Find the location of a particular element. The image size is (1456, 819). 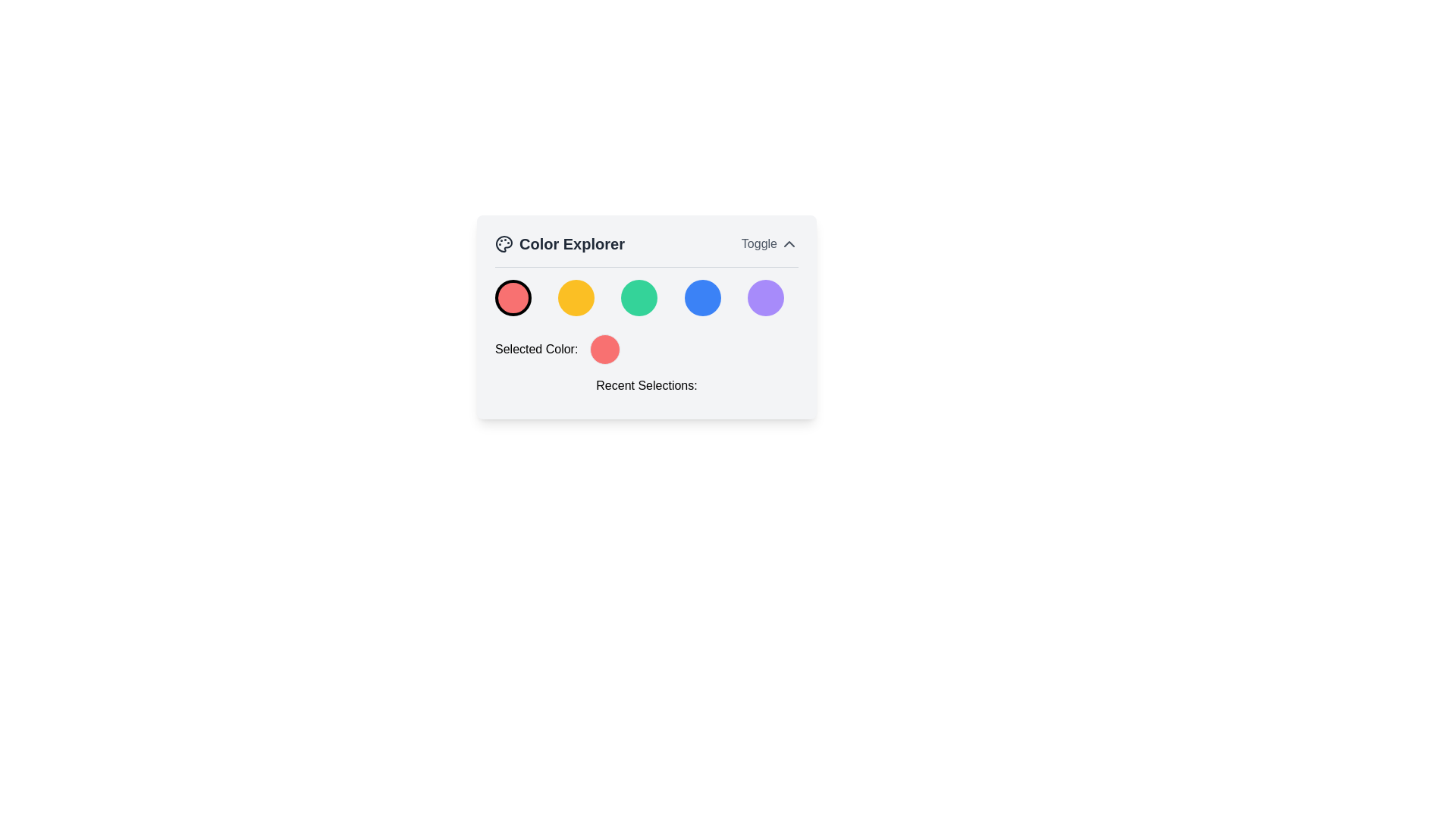

the color selection panel located below the 'Color Explorer' header is located at coordinates (647, 315).